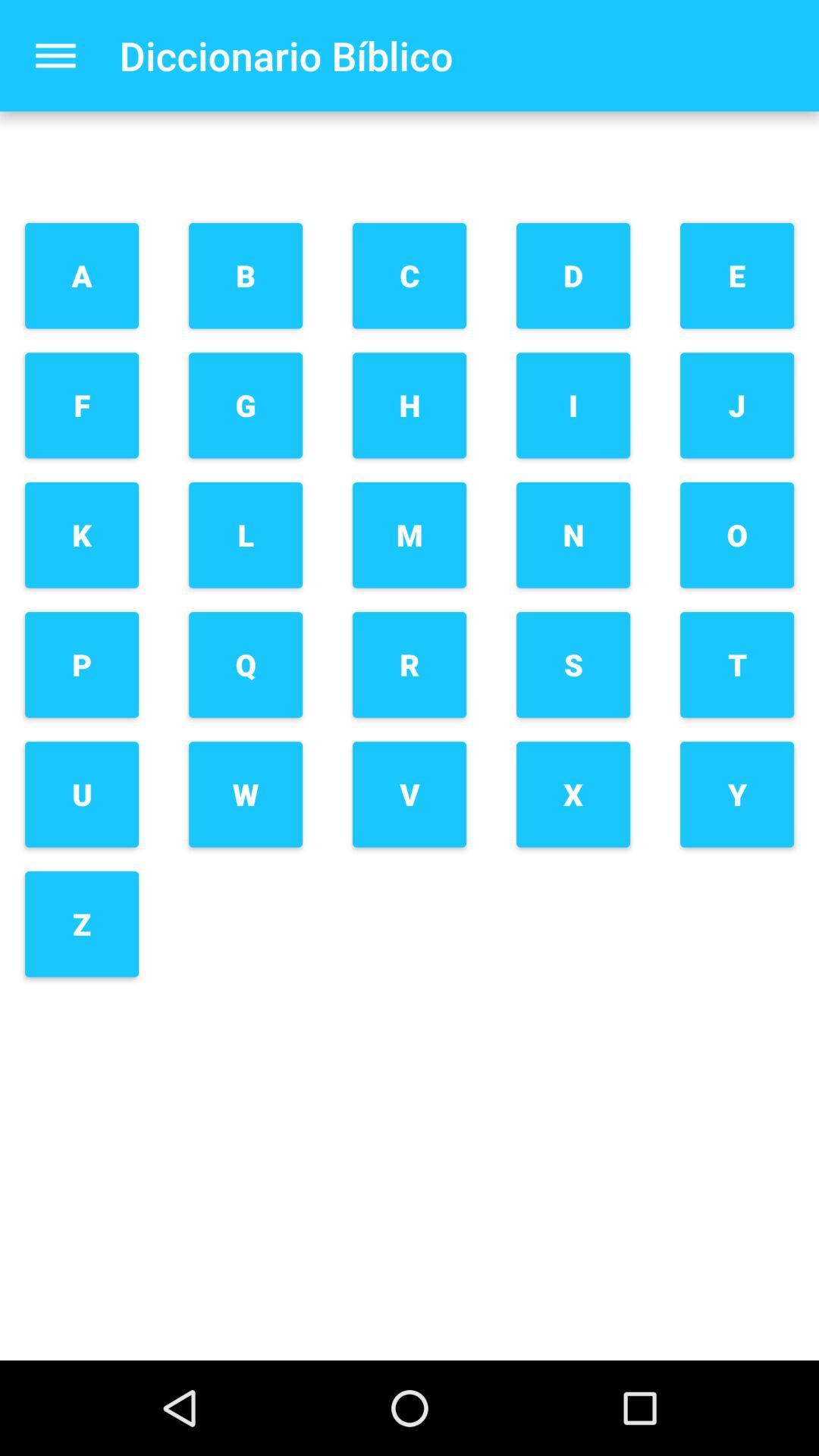 The height and width of the screenshot is (1456, 819). Describe the element at coordinates (736, 664) in the screenshot. I see `icon below o item` at that location.